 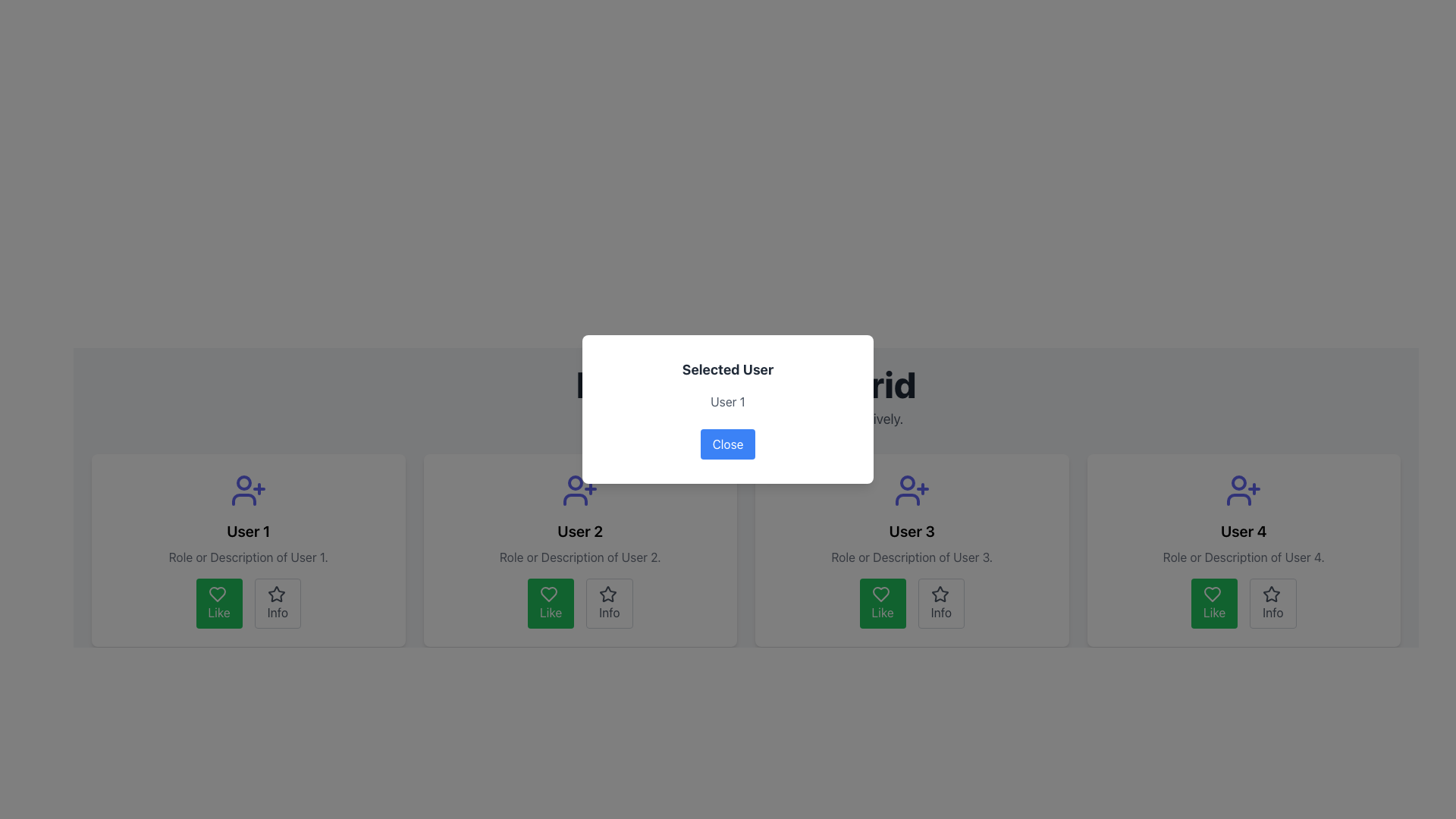 What do you see at coordinates (1214, 602) in the screenshot?
I see `the 'Like' button with a green background and heart icon, located in the 'User 4' card` at bounding box center [1214, 602].